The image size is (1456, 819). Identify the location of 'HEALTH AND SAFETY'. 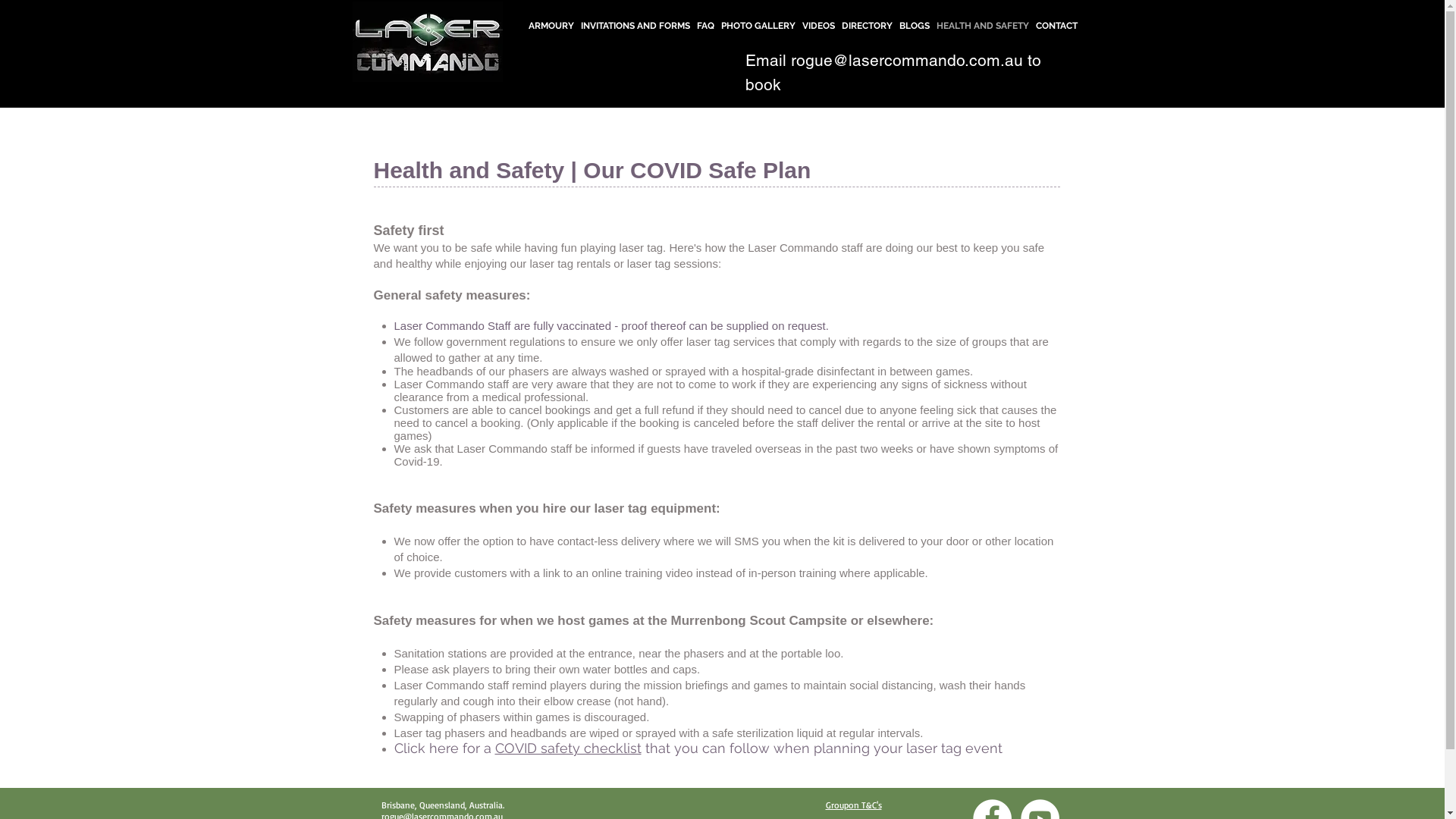
(982, 26).